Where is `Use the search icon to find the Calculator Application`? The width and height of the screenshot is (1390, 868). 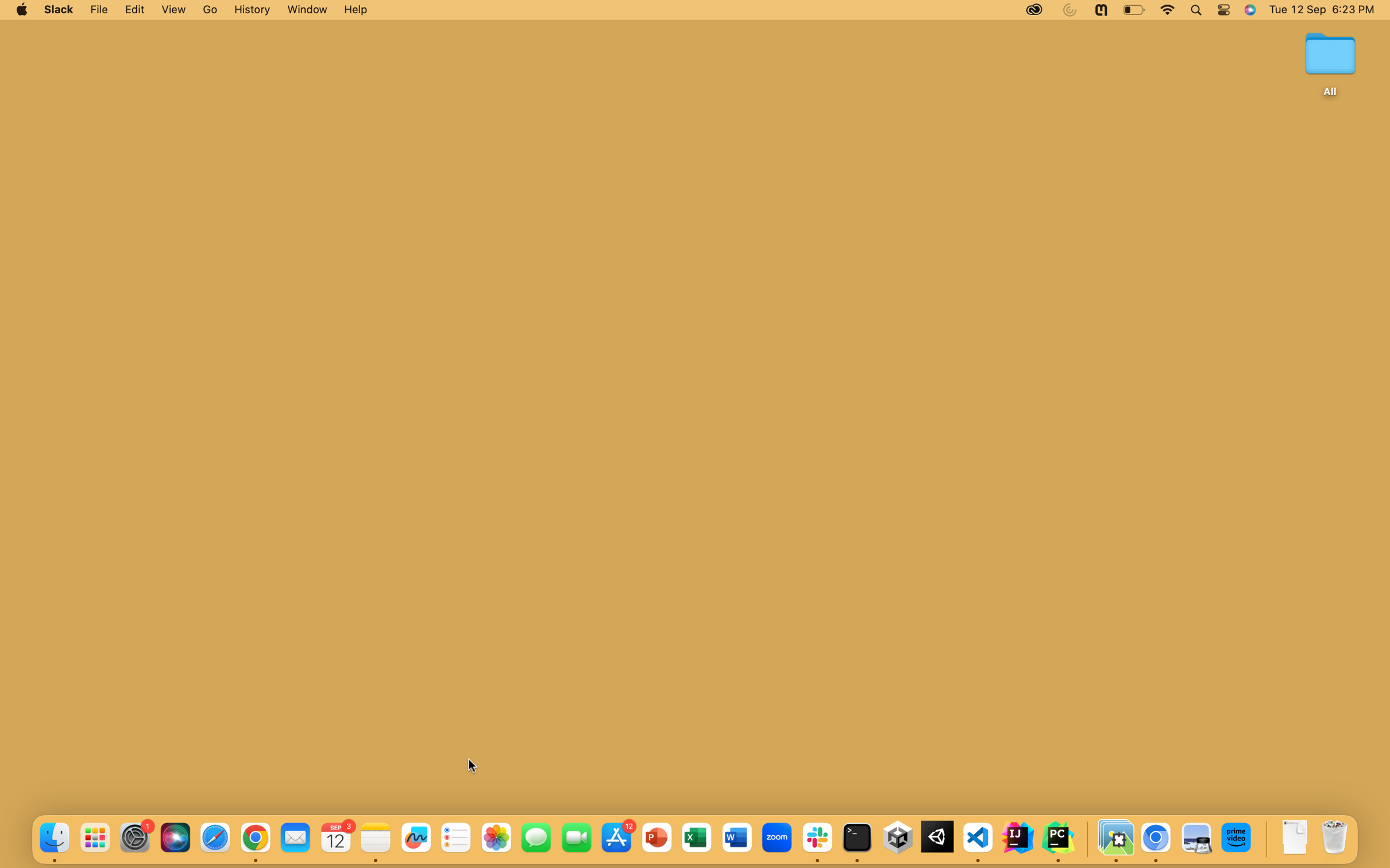
Use the search icon to find the Calculator Application is located at coordinates (1195, 10).